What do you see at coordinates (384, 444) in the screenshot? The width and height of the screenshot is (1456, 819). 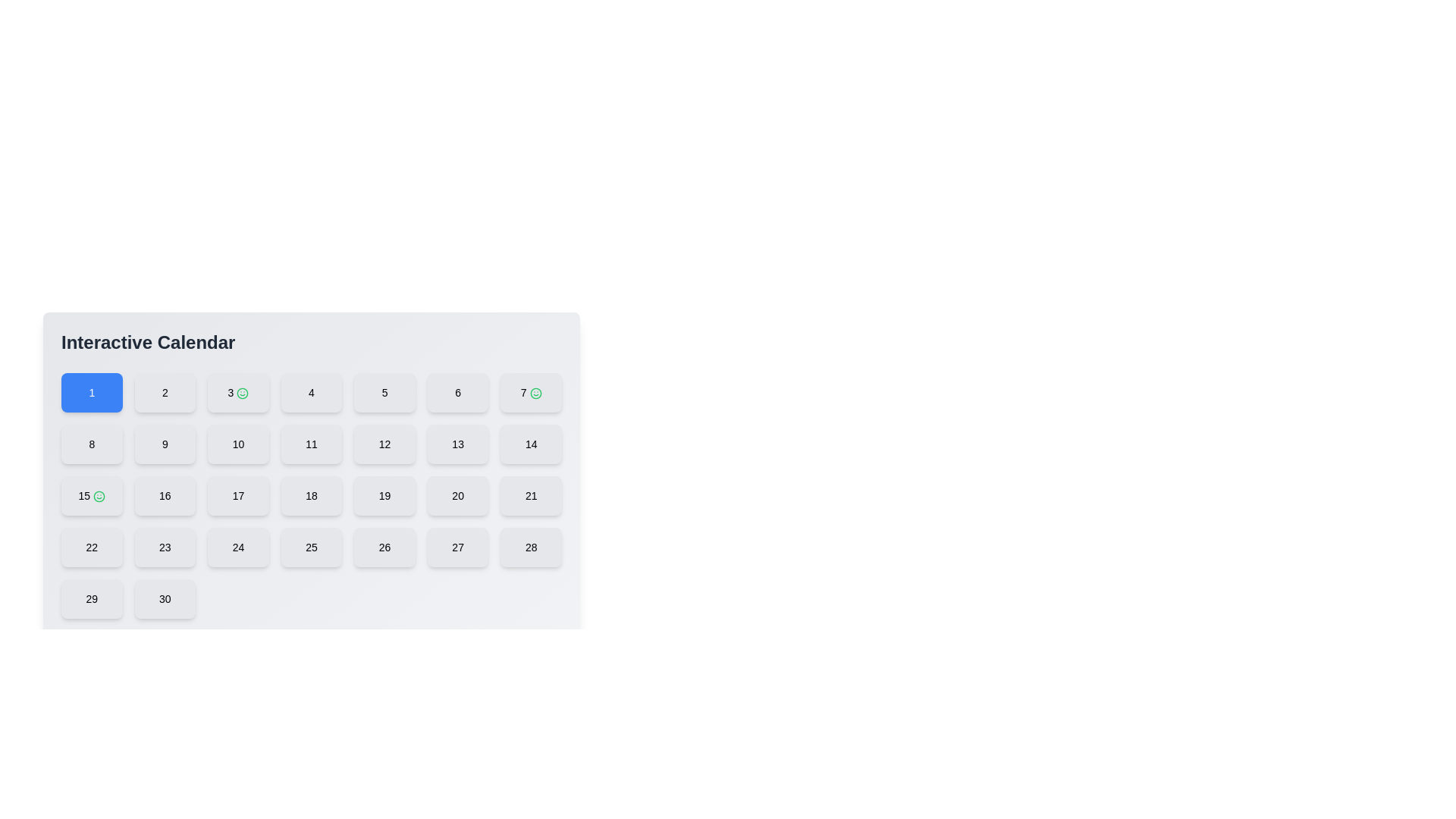 I see `the button labeled '12', which is a rectangular button with rounded corners, gray background, and black text` at bounding box center [384, 444].